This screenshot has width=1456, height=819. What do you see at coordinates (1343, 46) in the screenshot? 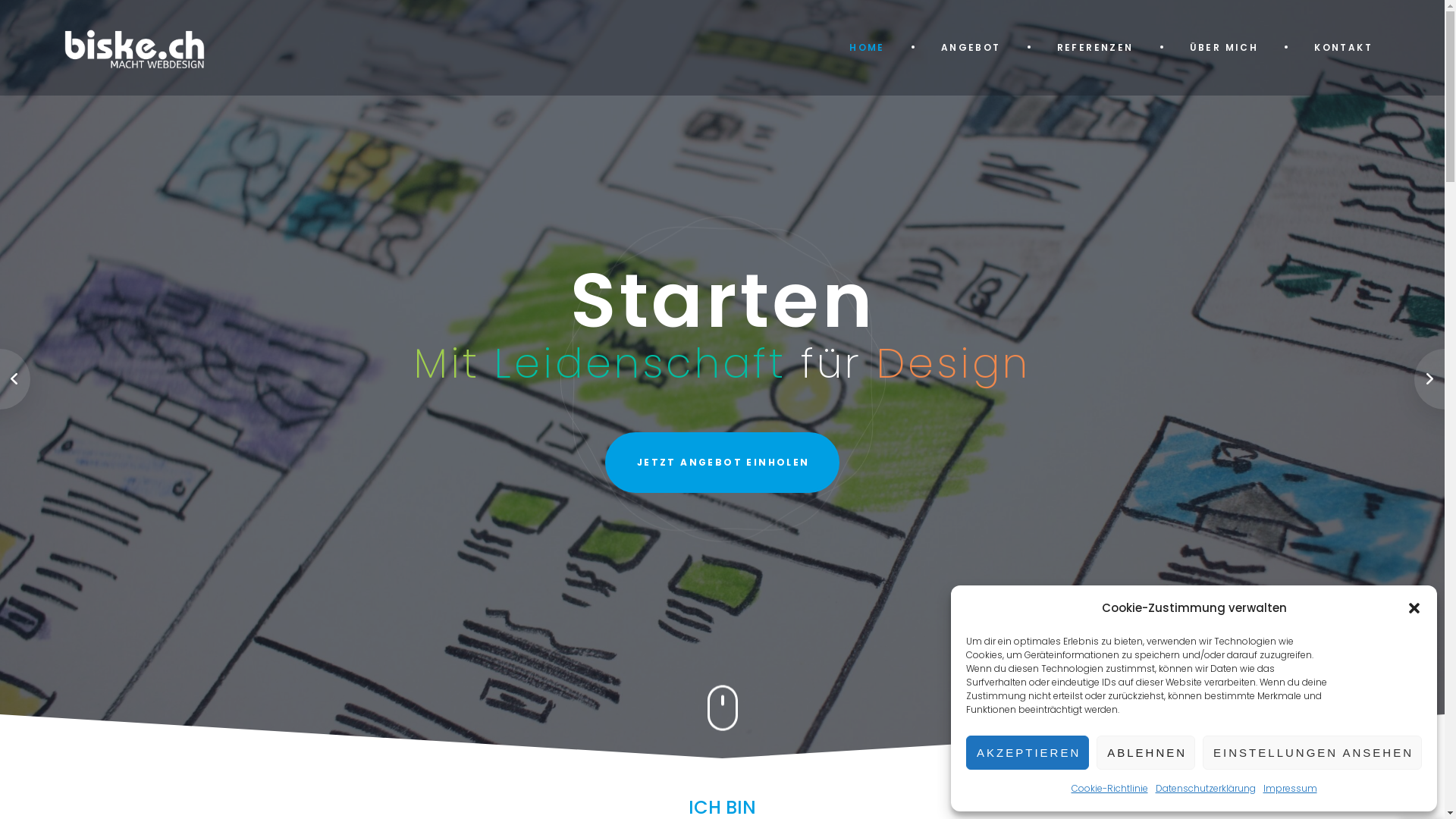
I see `'KONTAKT'` at bounding box center [1343, 46].